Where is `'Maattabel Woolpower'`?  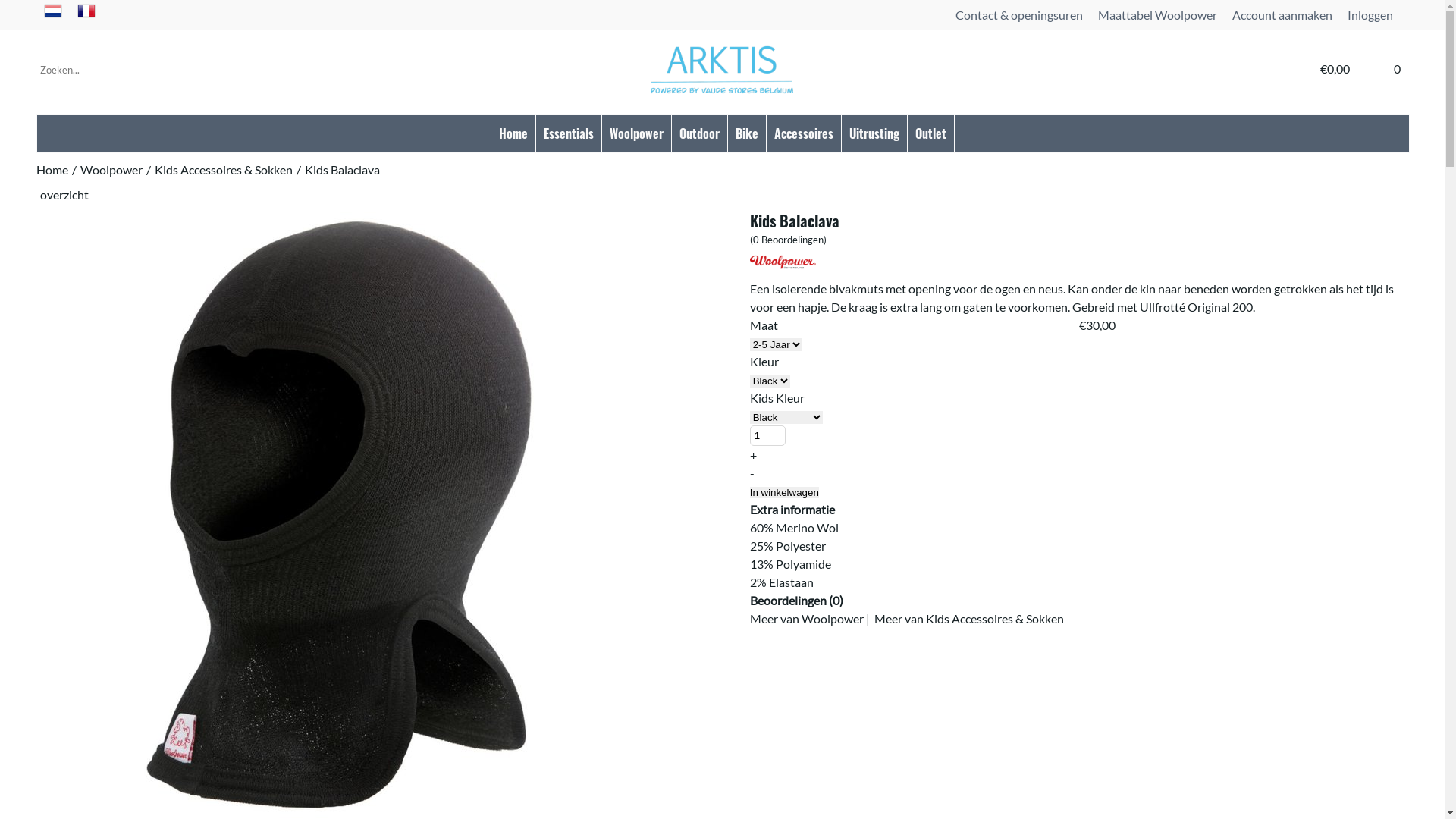
'Maattabel Woolpower' is located at coordinates (1156, 14).